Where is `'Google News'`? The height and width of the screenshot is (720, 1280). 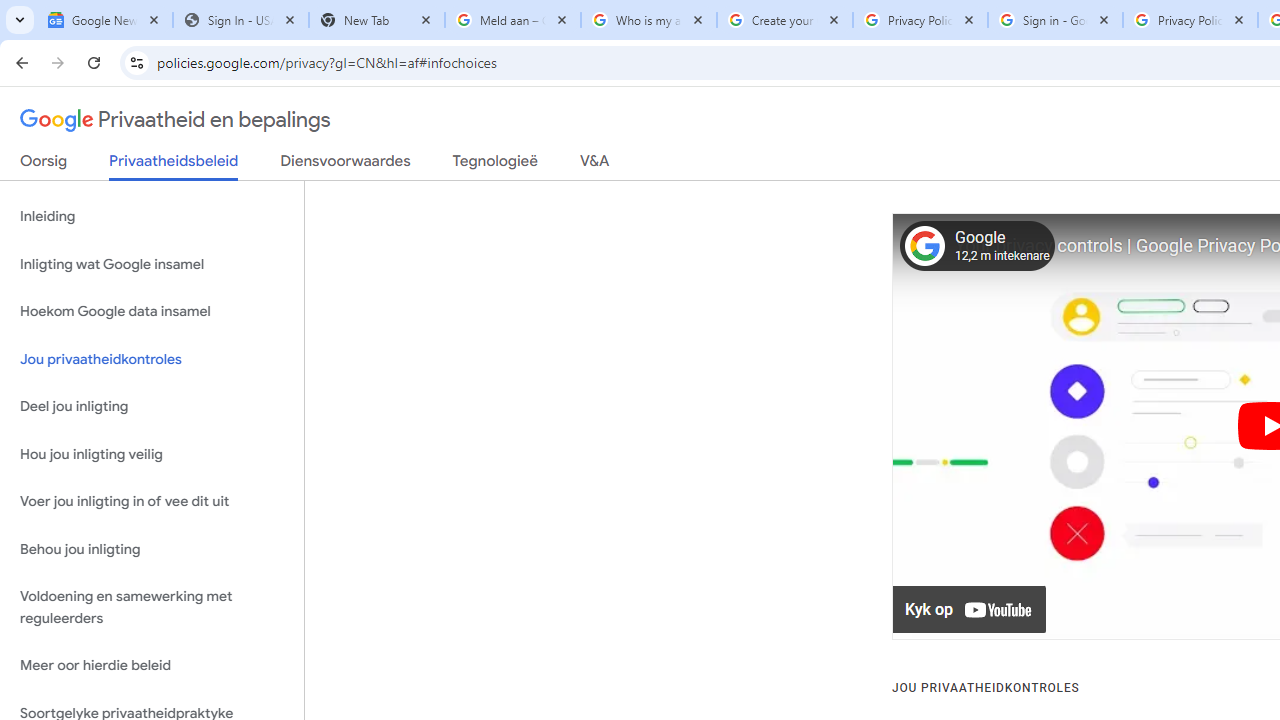
'Google News' is located at coordinates (103, 20).